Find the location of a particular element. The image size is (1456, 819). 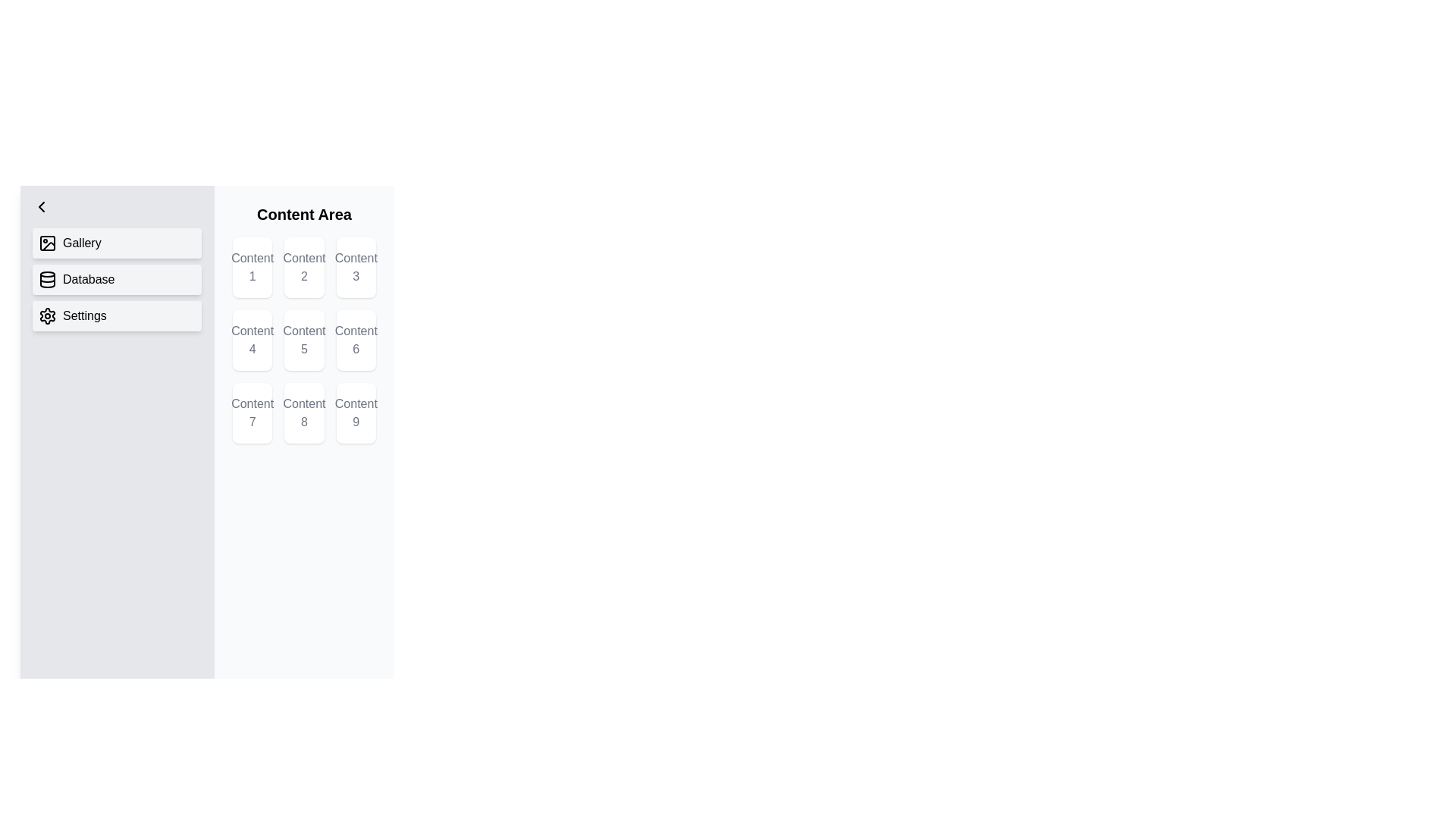

the button with a leftward chevron icon located in the top-left section of the interface is located at coordinates (41, 207).